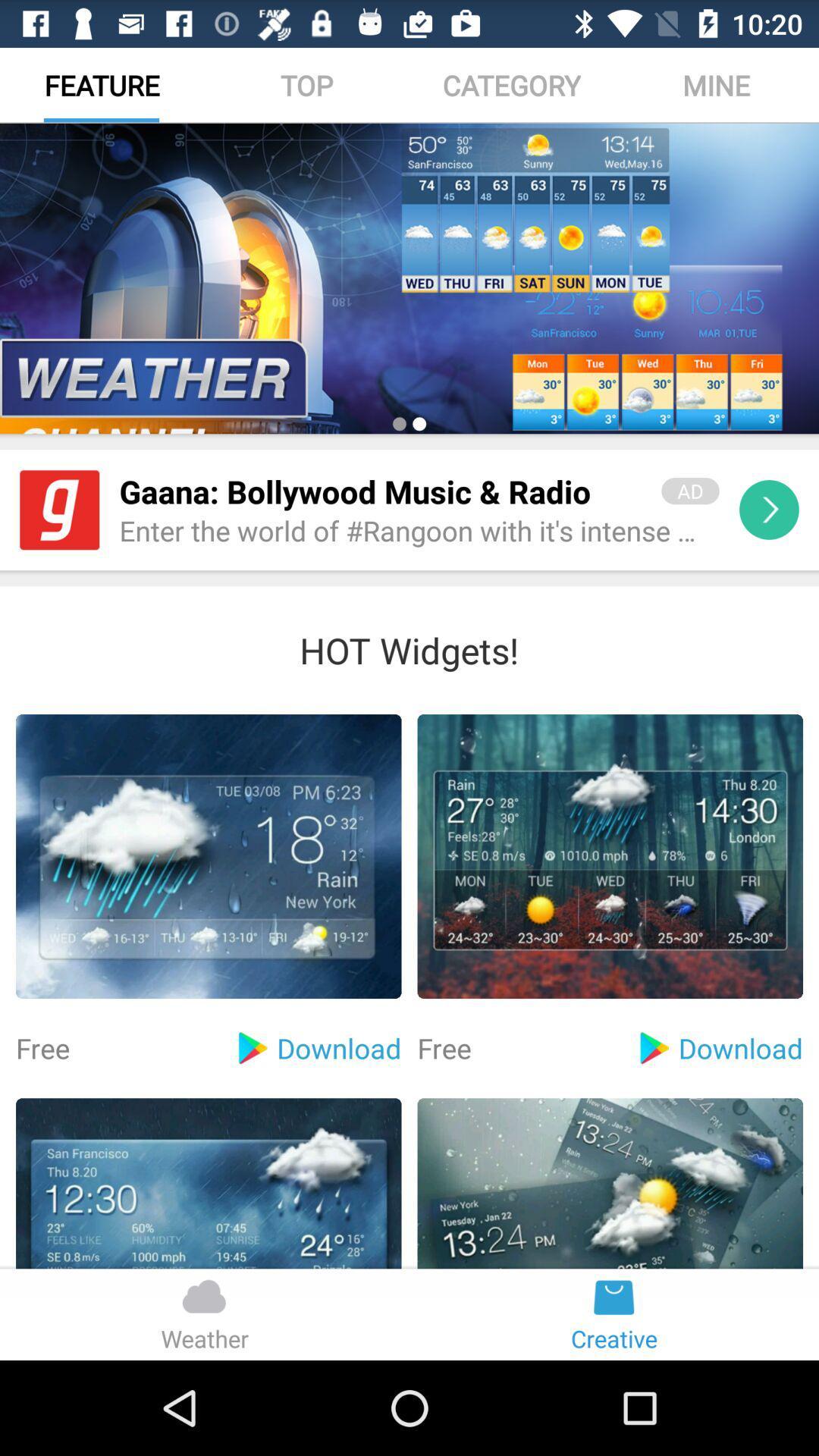  What do you see at coordinates (409, 278) in the screenshot?
I see `the icon below feature icon` at bounding box center [409, 278].